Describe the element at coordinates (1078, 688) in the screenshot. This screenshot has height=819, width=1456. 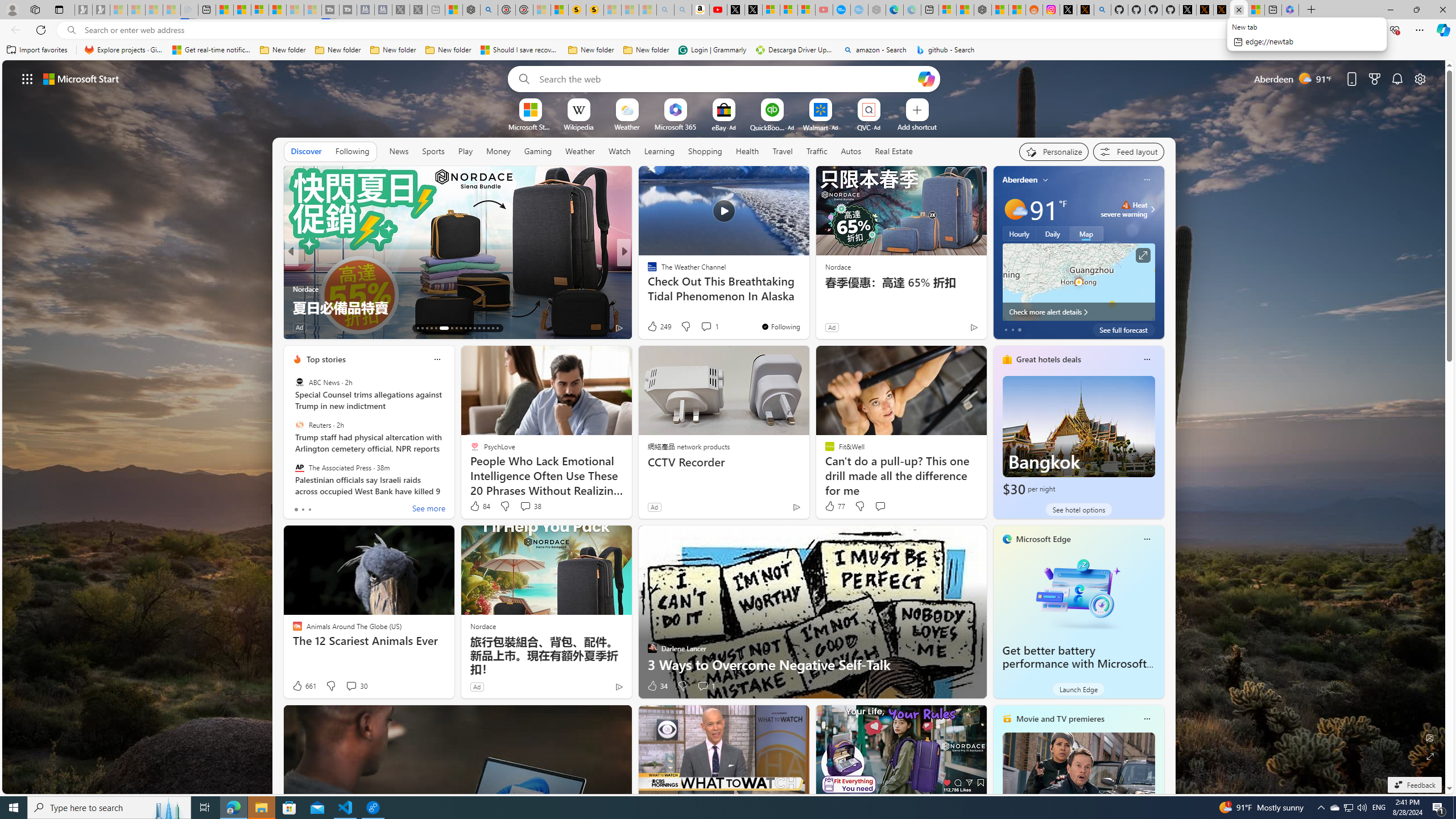
I see `'Launch Edge'` at that location.